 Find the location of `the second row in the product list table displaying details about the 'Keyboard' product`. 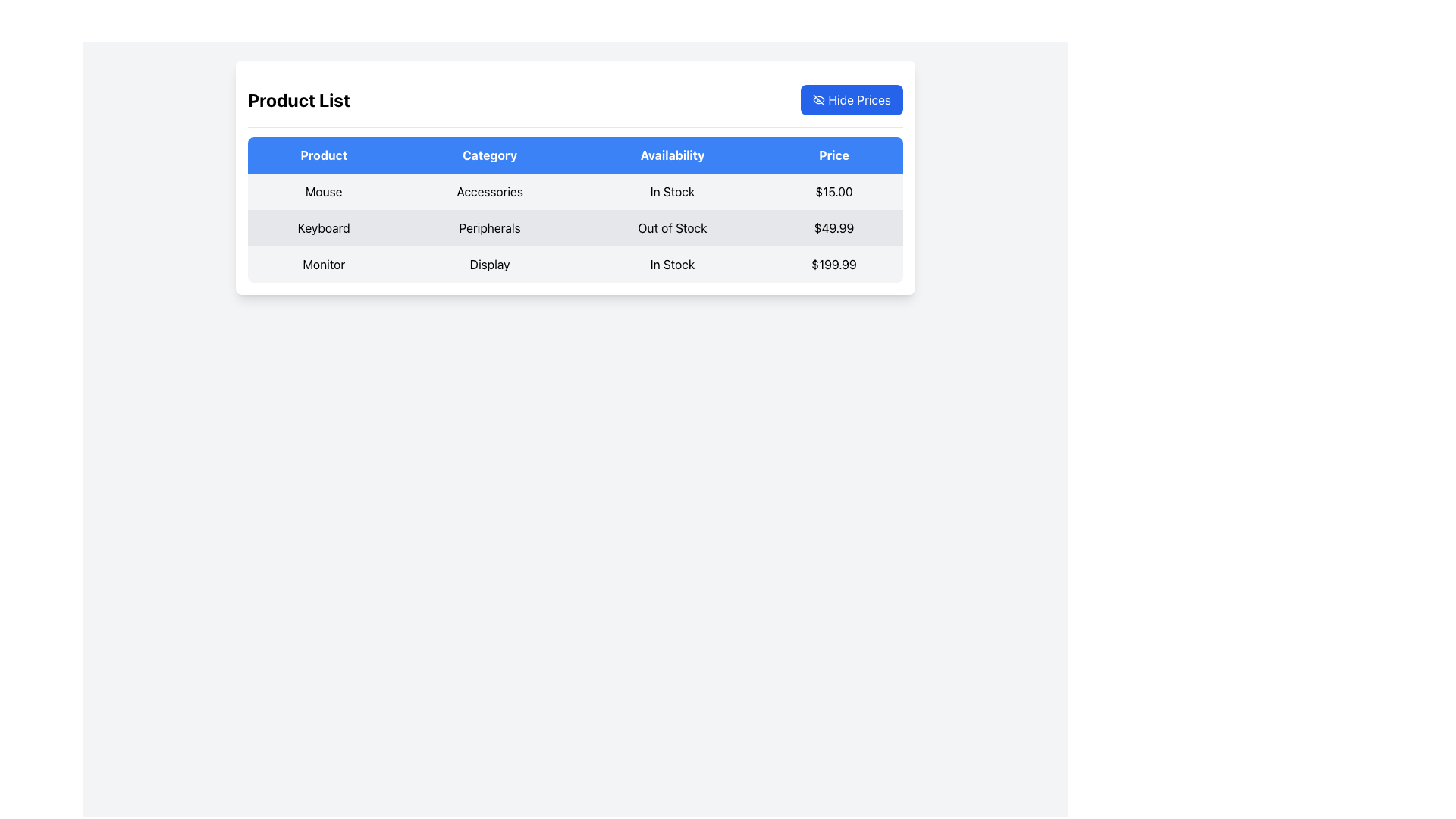

the second row in the product list table displaying details about the 'Keyboard' product is located at coordinates (574, 227).